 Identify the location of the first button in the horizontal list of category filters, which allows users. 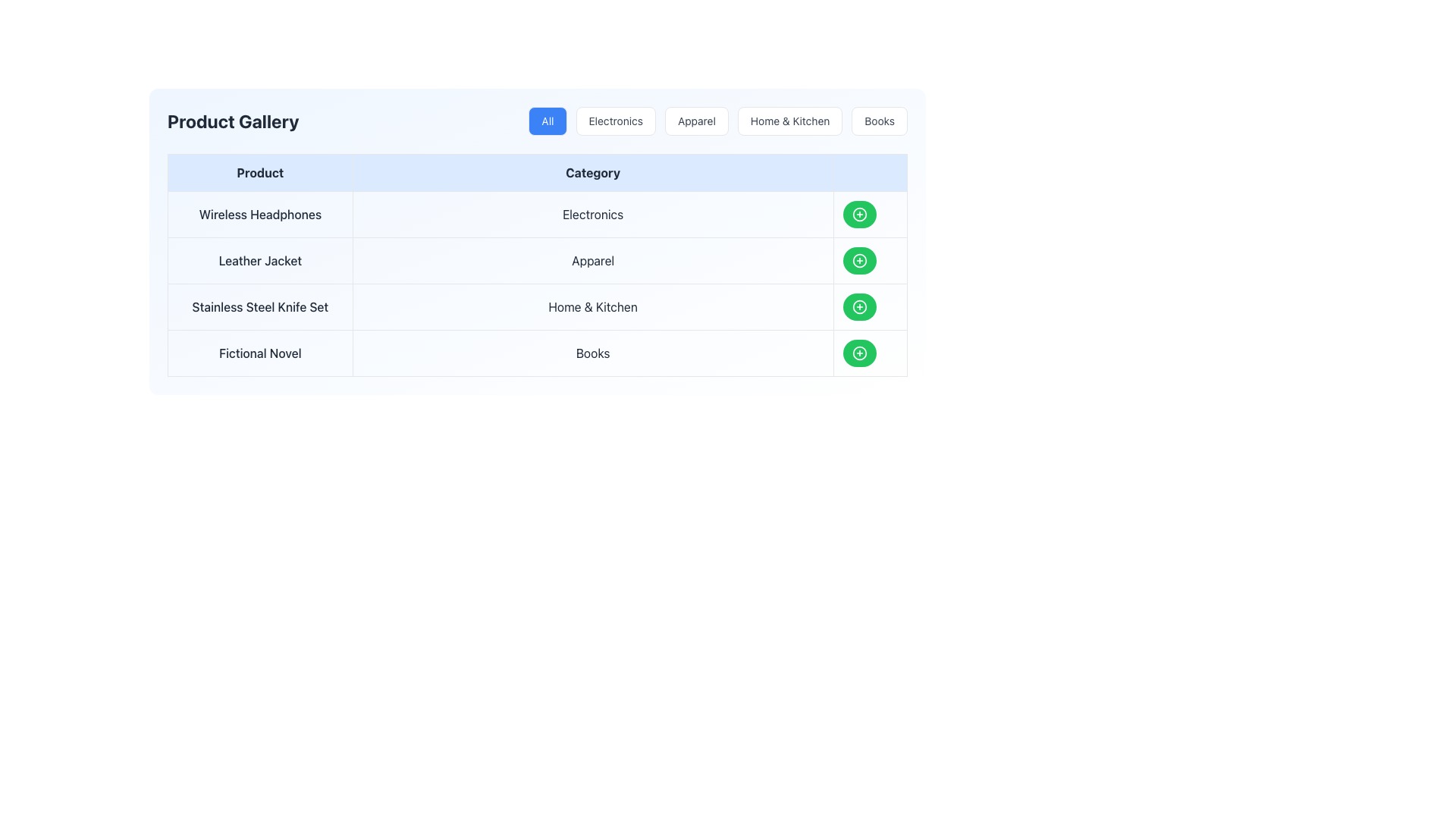
(547, 120).